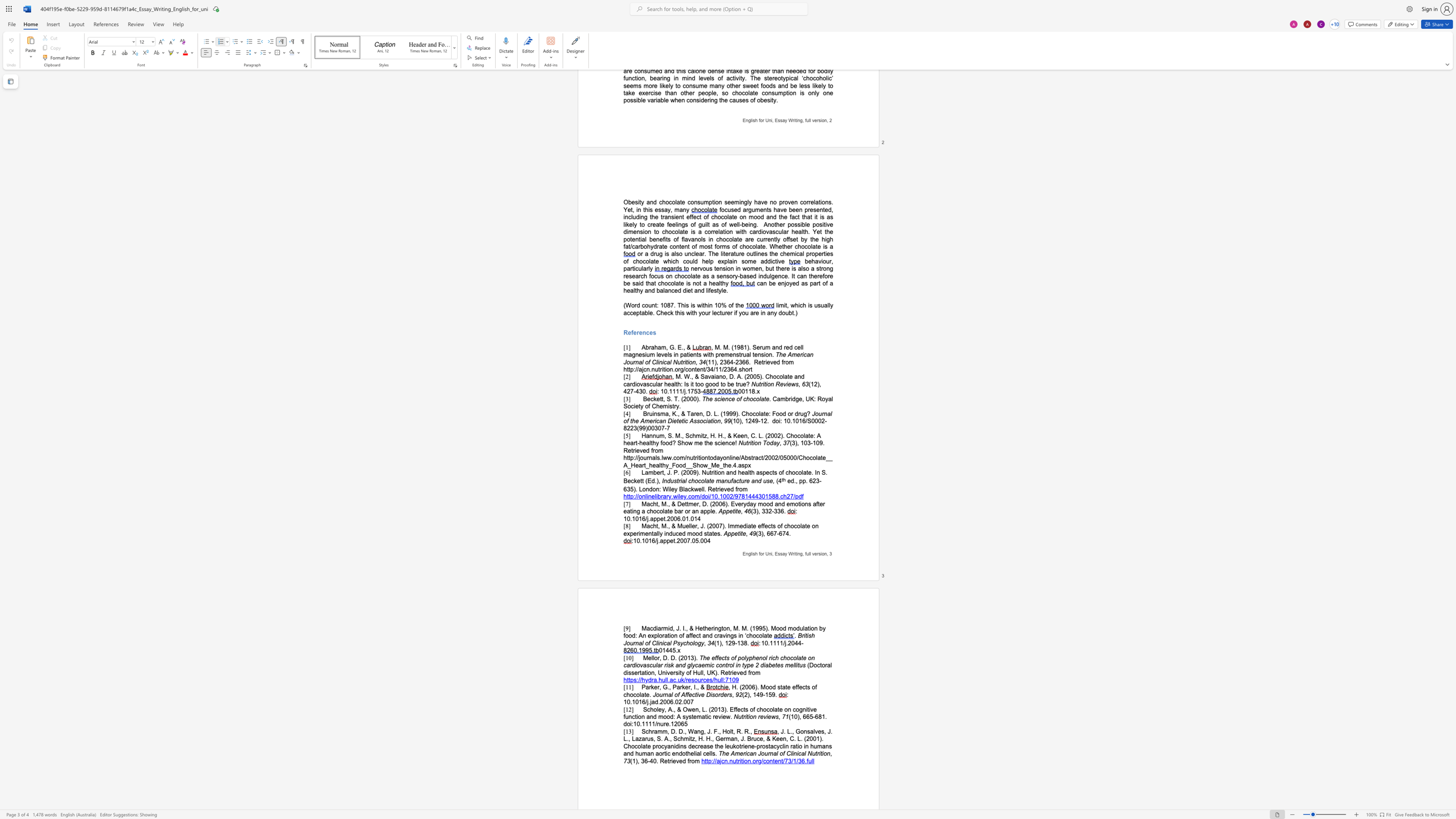 The image size is (1456, 819). What do you see at coordinates (762, 534) in the screenshot?
I see `the space between the continuous character ")" and "," in the text` at bounding box center [762, 534].